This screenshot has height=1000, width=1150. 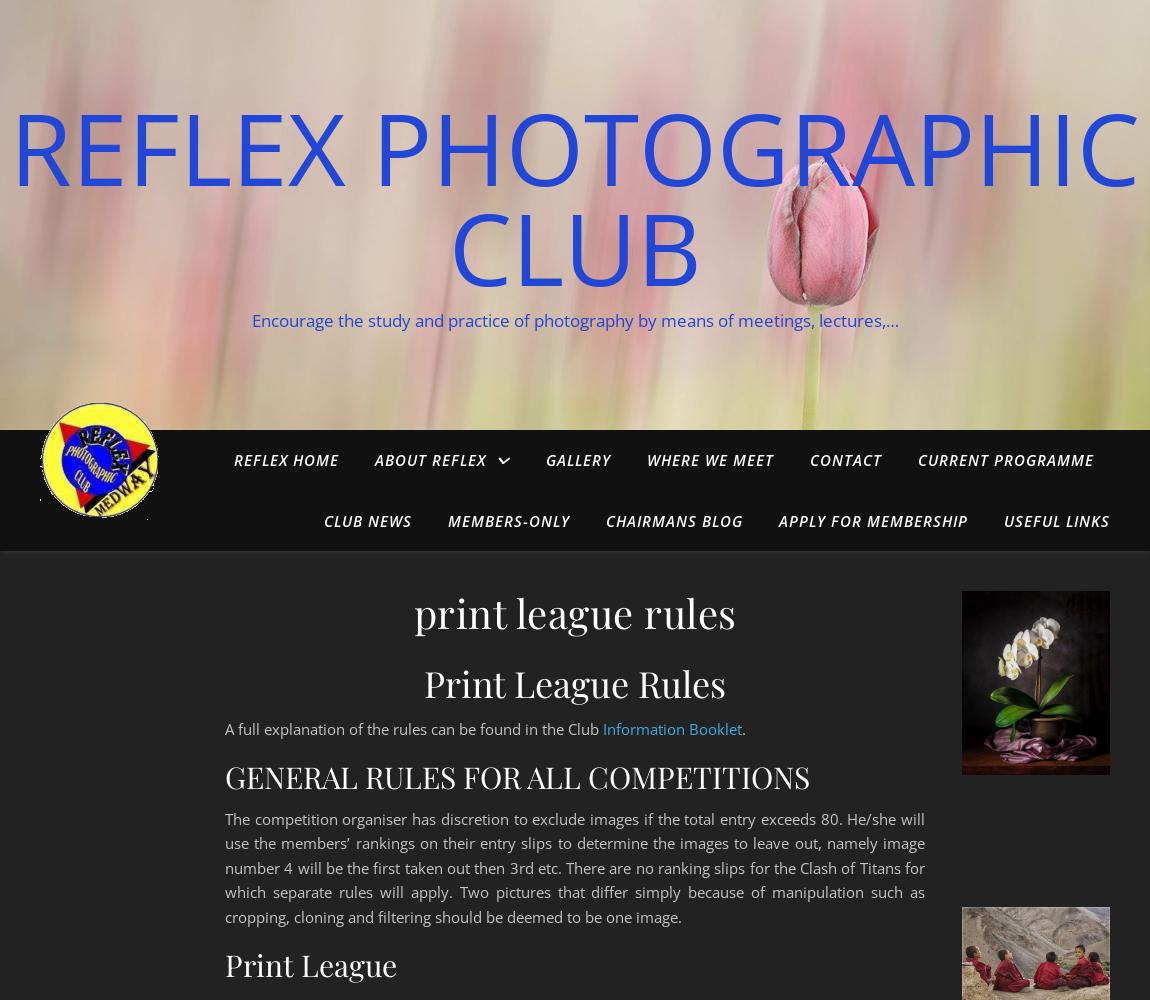 What do you see at coordinates (233, 459) in the screenshot?
I see `'Reflex Home'` at bounding box center [233, 459].